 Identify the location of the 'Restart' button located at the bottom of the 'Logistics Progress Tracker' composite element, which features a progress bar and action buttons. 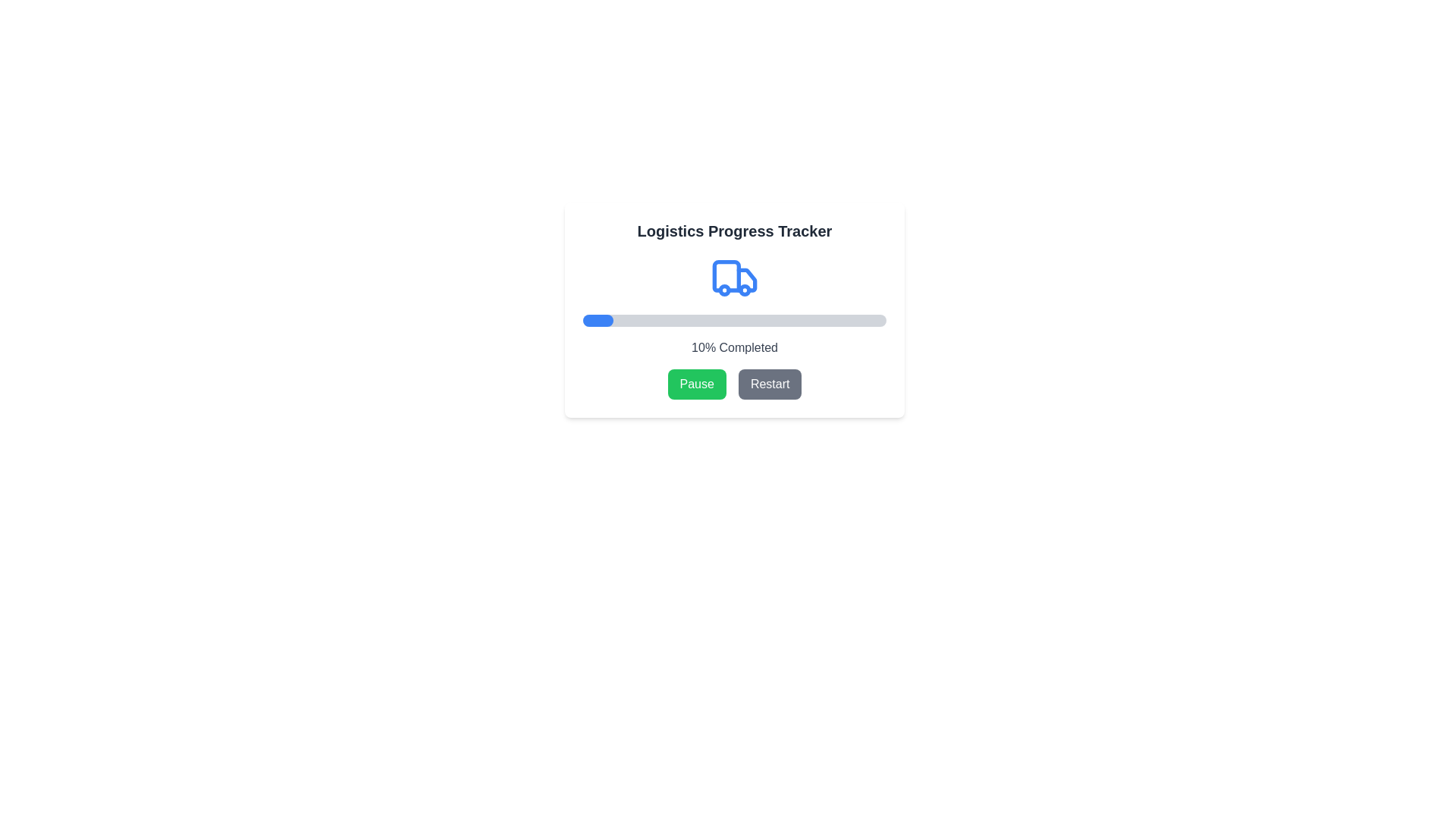
(735, 309).